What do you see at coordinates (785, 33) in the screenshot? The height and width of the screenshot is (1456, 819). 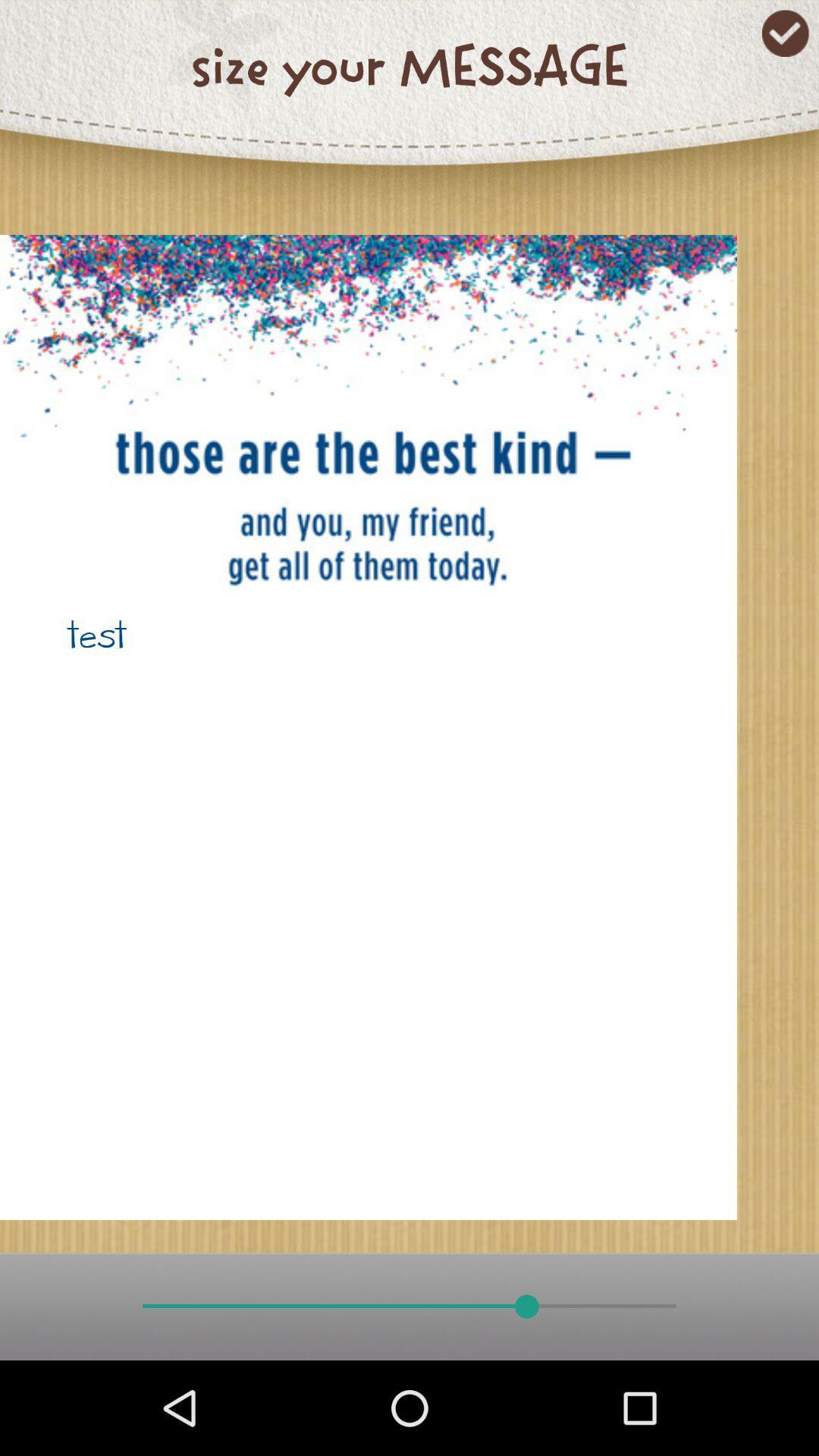 I see `item next to the size your message icon` at bounding box center [785, 33].